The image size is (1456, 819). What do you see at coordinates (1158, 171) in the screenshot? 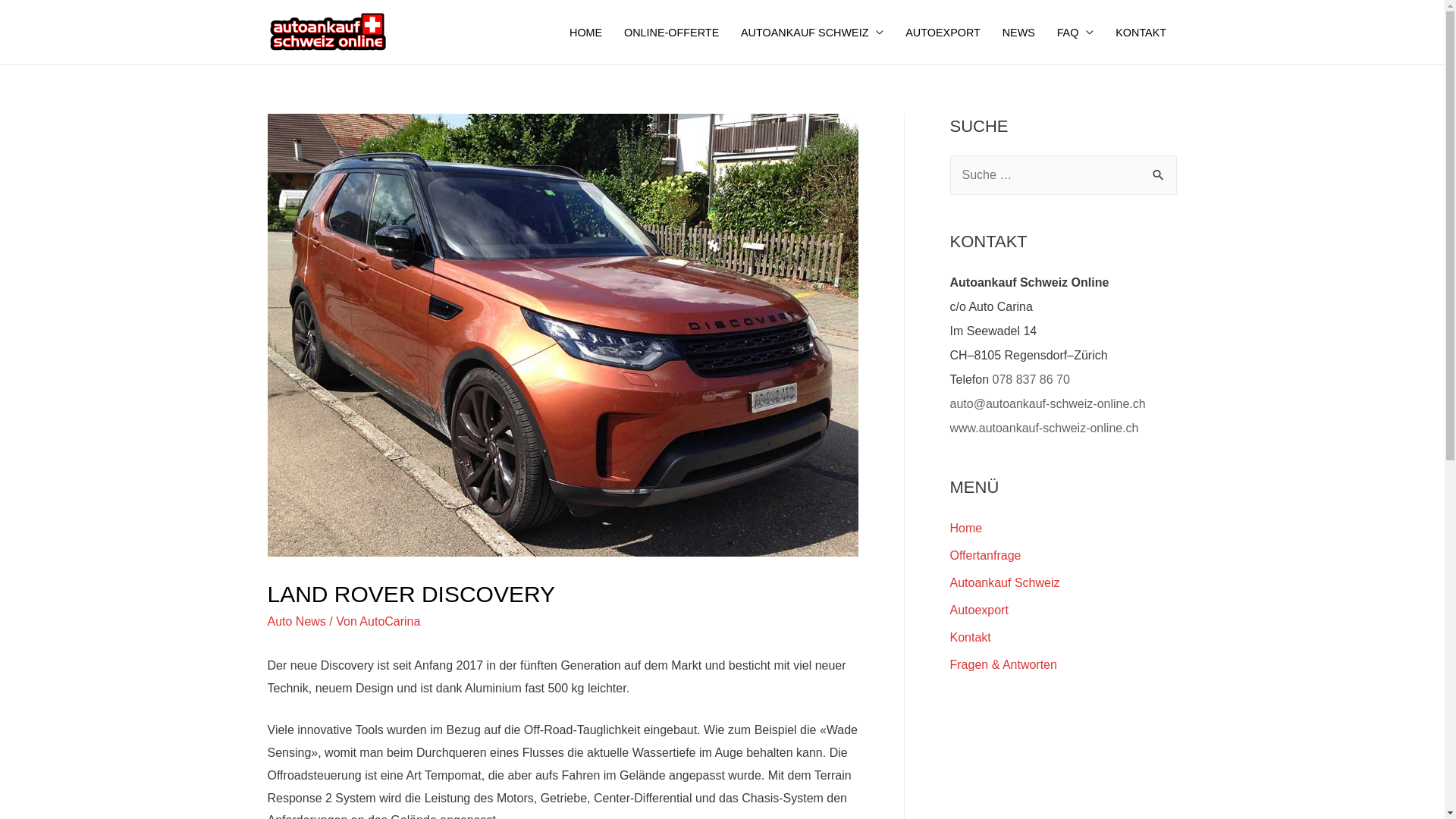
I see `'Suche'` at bounding box center [1158, 171].